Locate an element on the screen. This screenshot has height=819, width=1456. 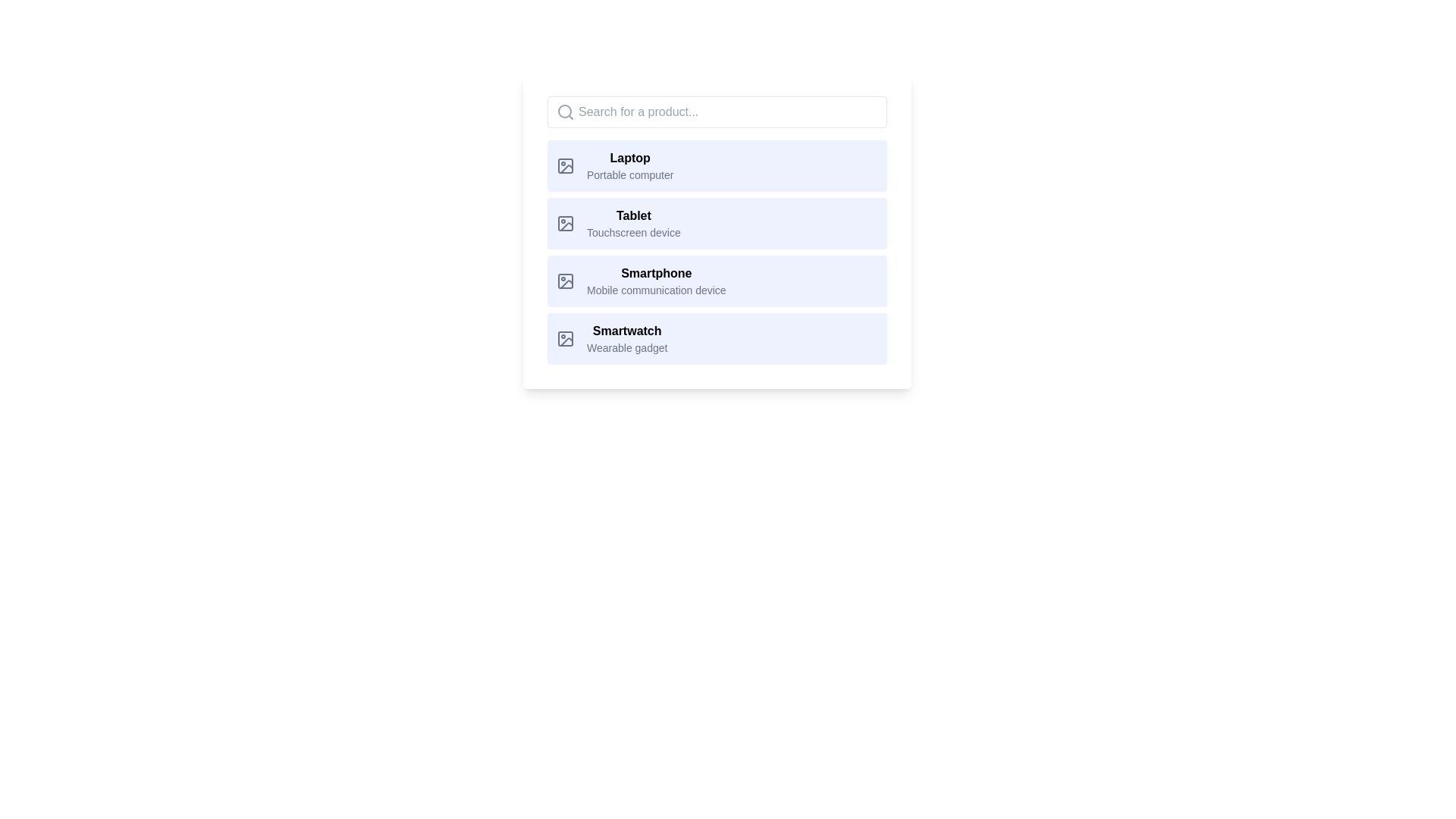
the List item displaying 'Tablet' with the subtitle 'Touchscreen device' is located at coordinates (716, 231).